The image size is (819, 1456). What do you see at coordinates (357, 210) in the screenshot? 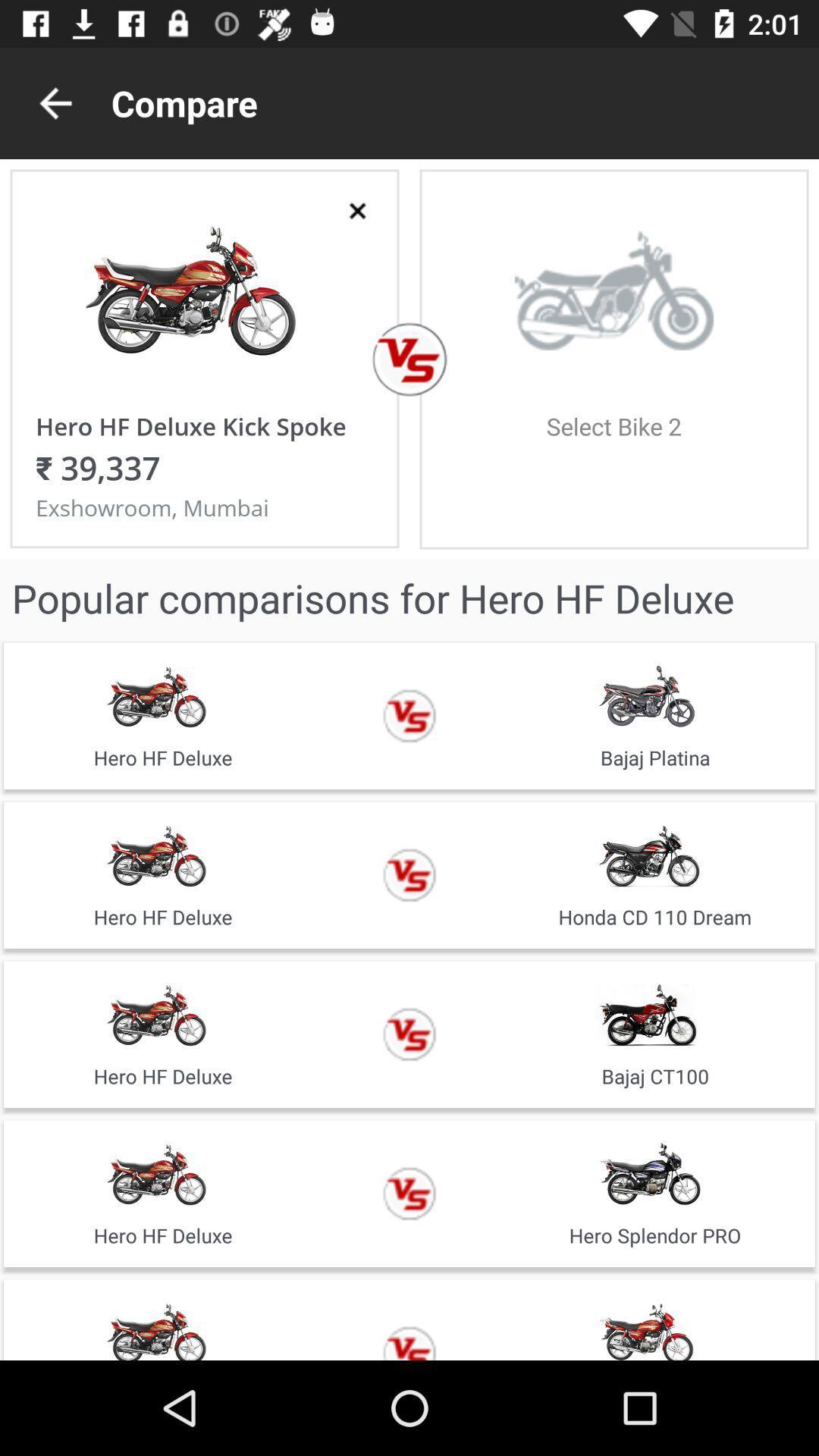
I see `delete selected option` at bounding box center [357, 210].